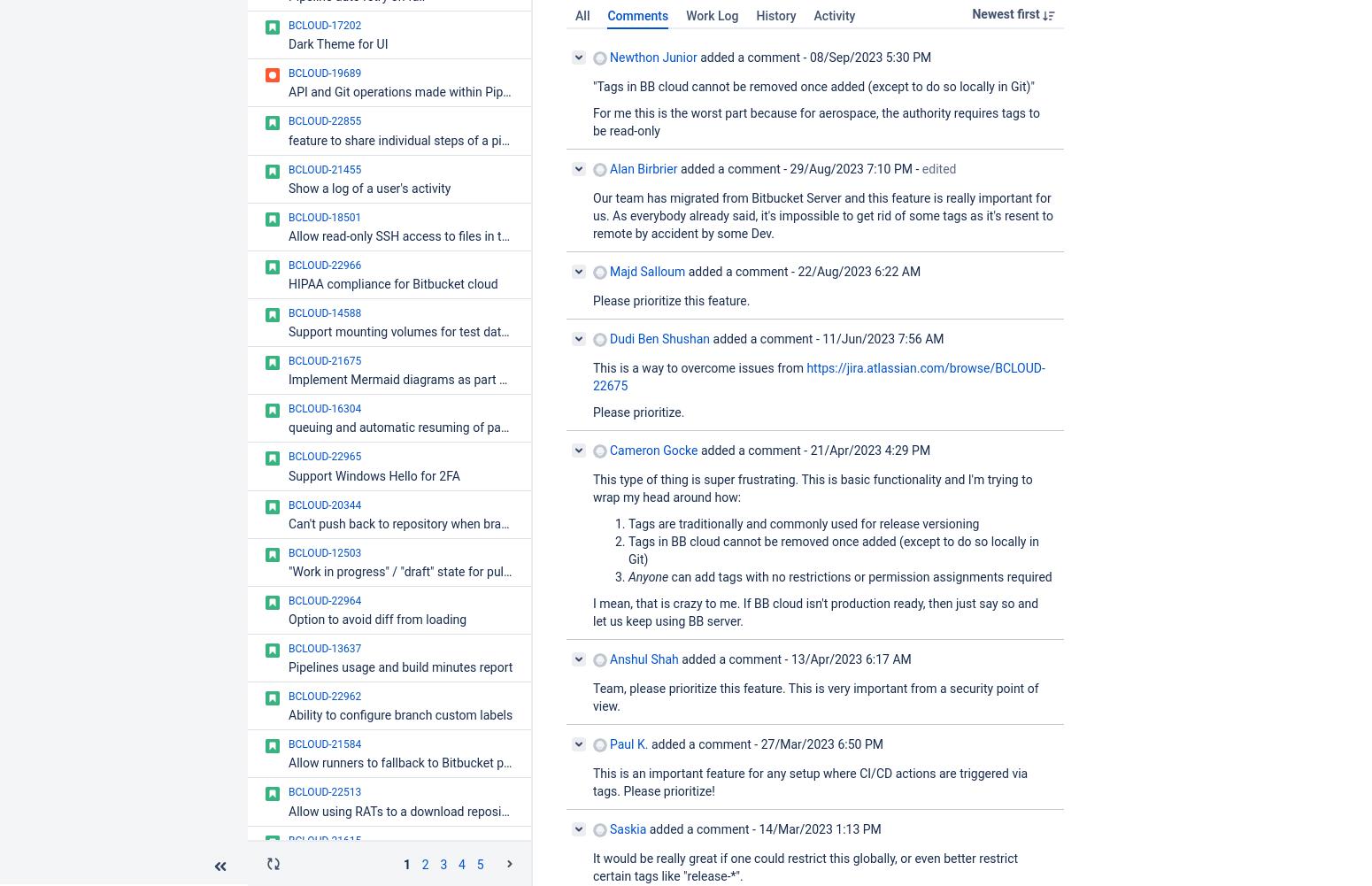 This screenshot has width=1372, height=886. Describe the element at coordinates (913, 168) in the screenshot. I see `'-'` at that location.